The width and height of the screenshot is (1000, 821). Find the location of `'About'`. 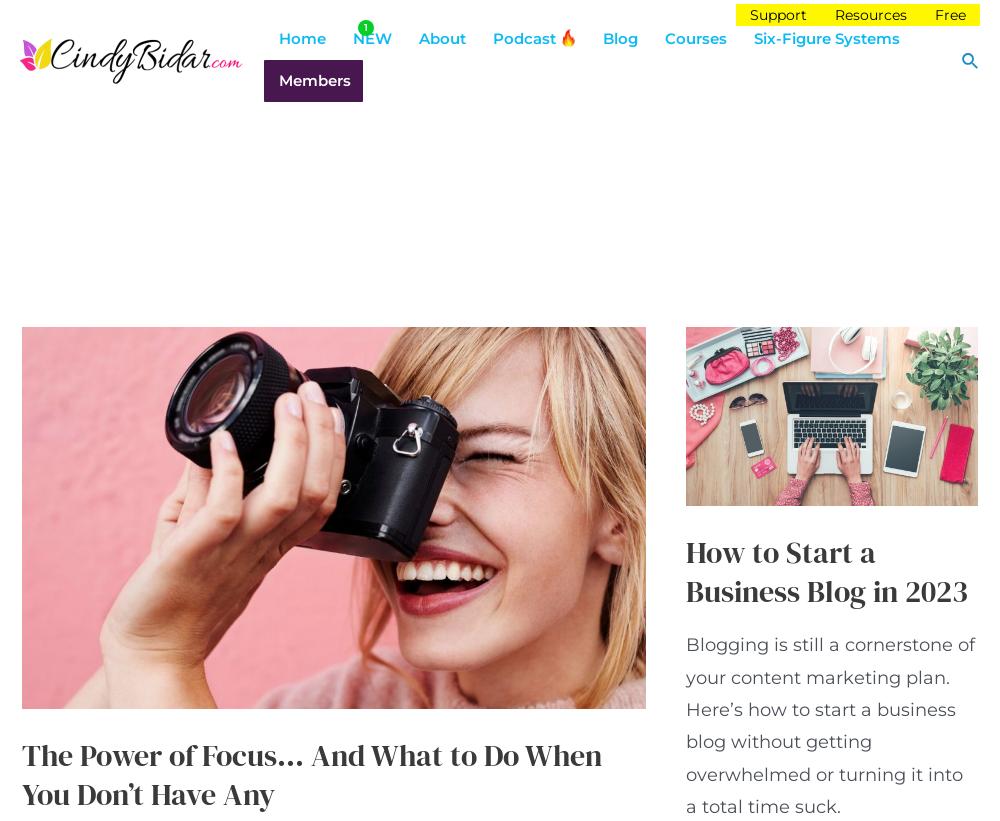

'About' is located at coordinates (441, 37).